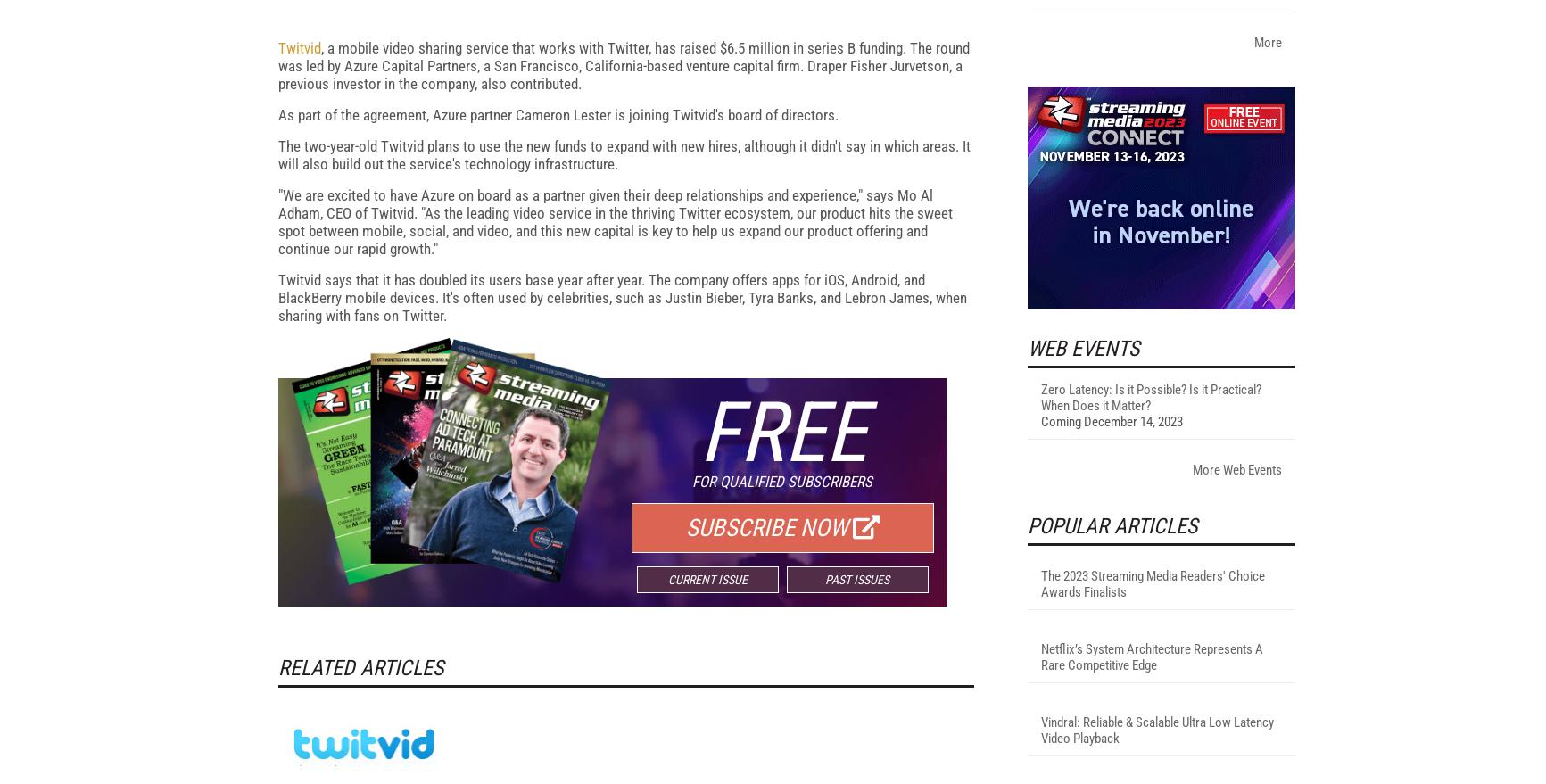 The height and width of the screenshot is (784, 1546). What do you see at coordinates (1082, 581) in the screenshot?
I see `'Web Events'` at bounding box center [1082, 581].